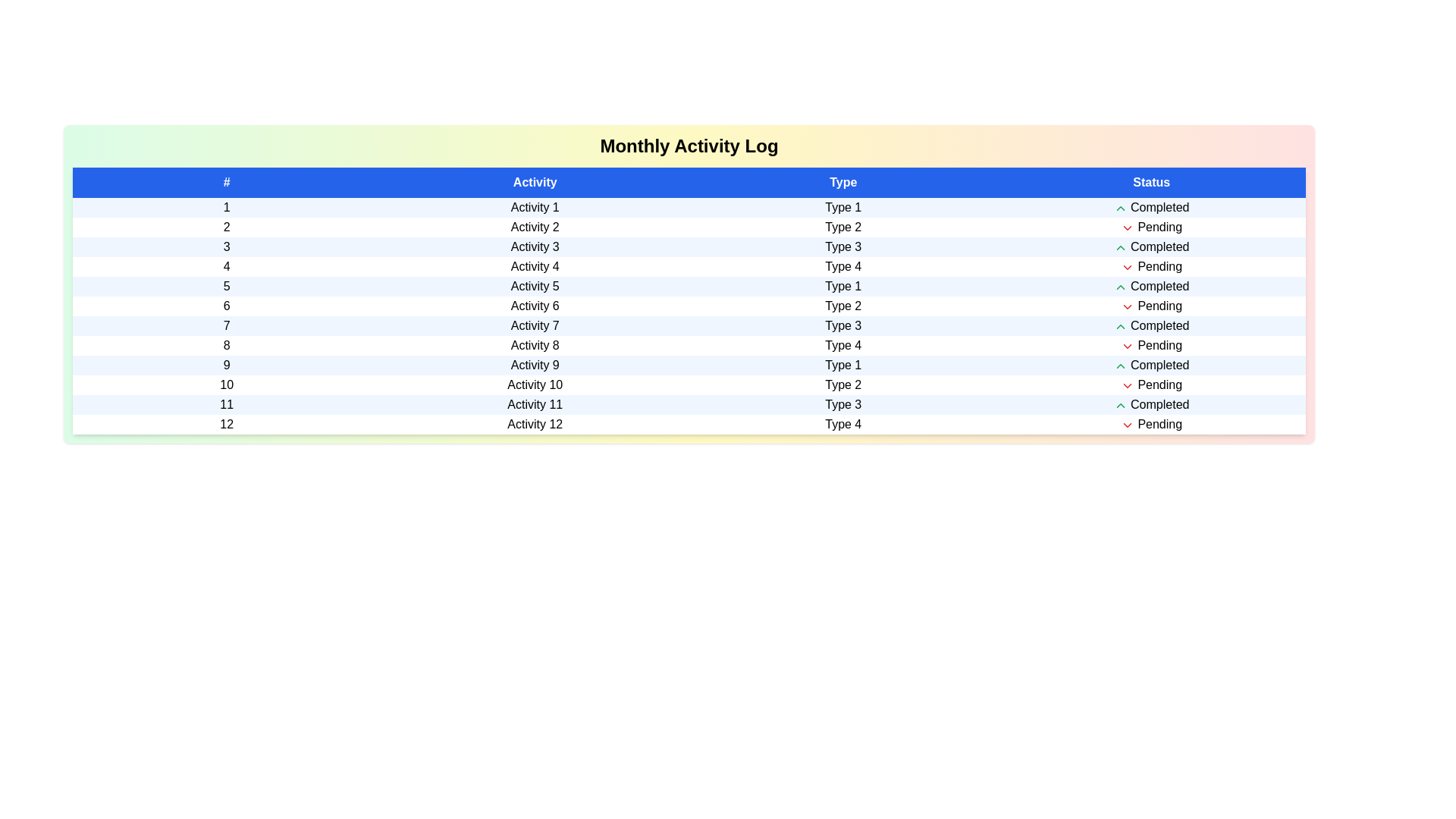 This screenshot has height=819, width=1456. I want to click on the row corresponding to the activity with status Pending, so click(1128, 227).